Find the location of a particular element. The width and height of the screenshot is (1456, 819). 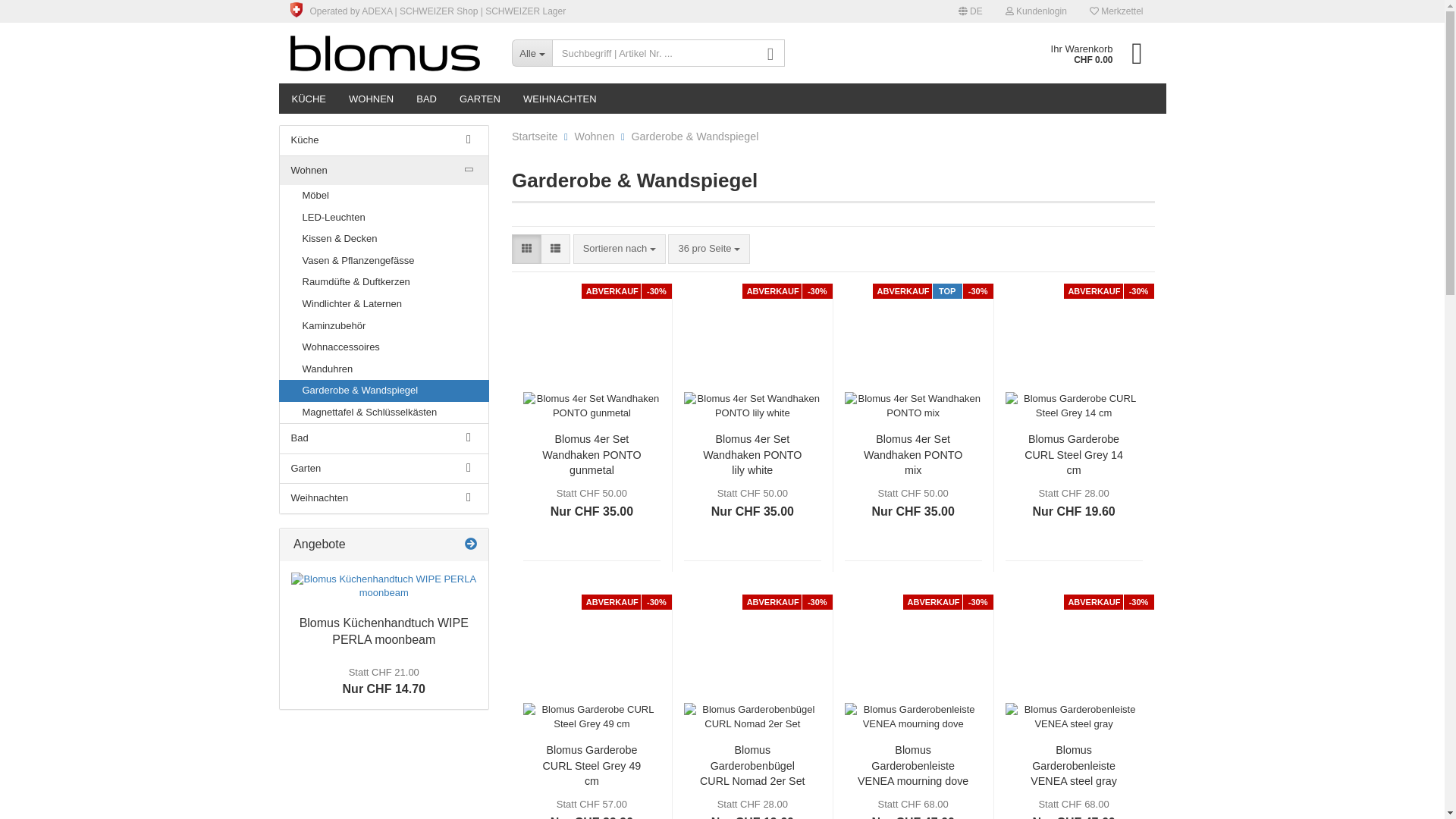

' Merkzettel' is located at coordinates (1116, 11).